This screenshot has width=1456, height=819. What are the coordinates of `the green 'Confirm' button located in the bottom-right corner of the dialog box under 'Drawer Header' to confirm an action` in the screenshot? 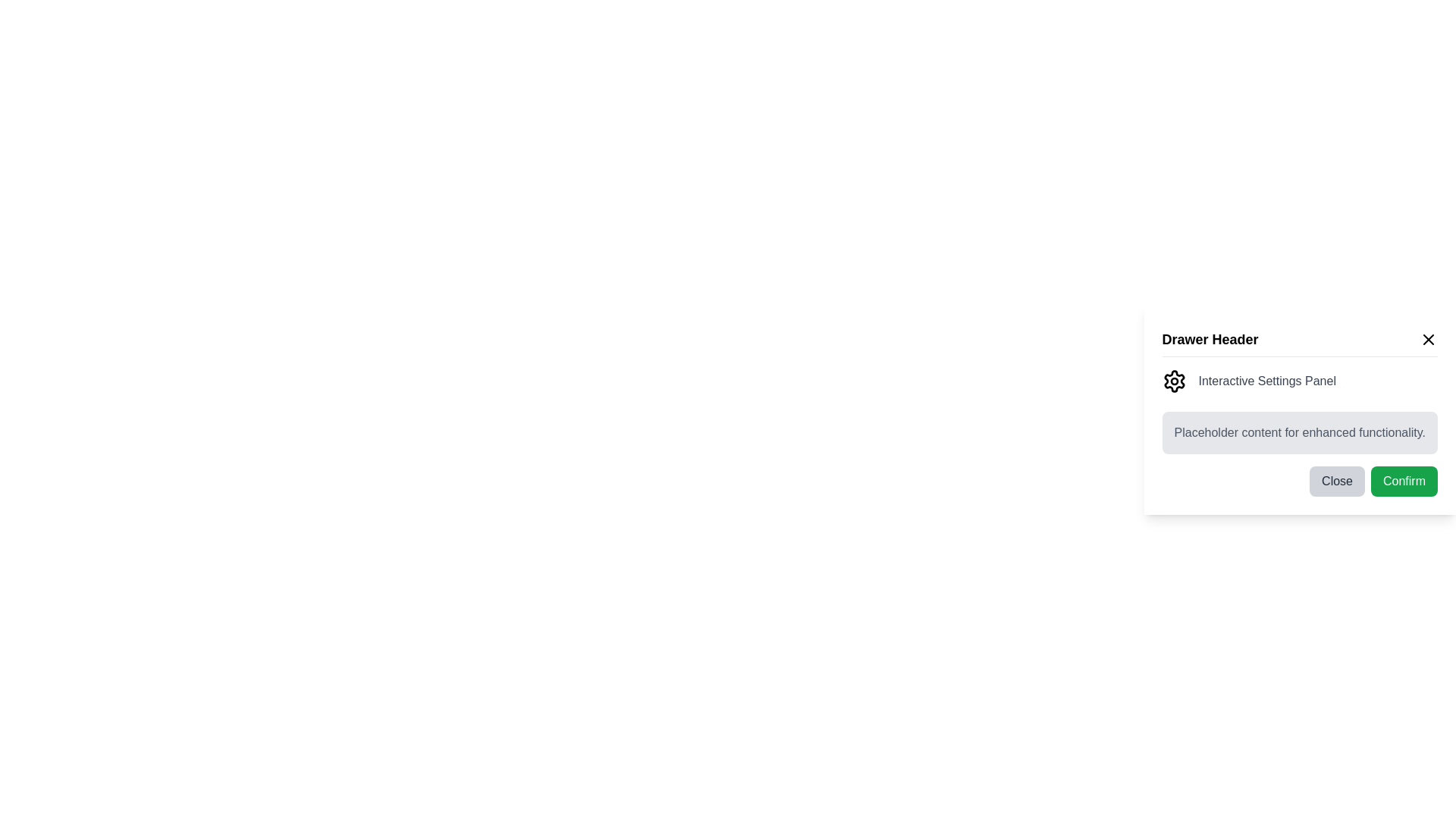 It's located at (1404, 481).